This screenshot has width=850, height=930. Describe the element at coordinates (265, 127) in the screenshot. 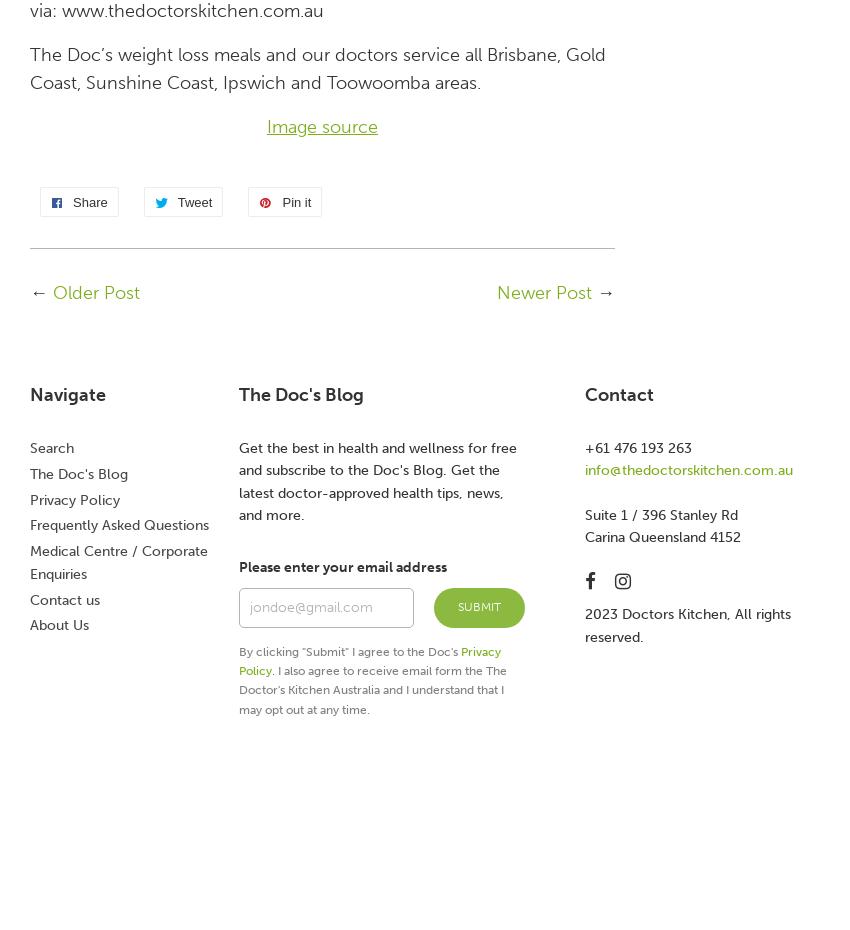

I see `'Image source'` at that location.